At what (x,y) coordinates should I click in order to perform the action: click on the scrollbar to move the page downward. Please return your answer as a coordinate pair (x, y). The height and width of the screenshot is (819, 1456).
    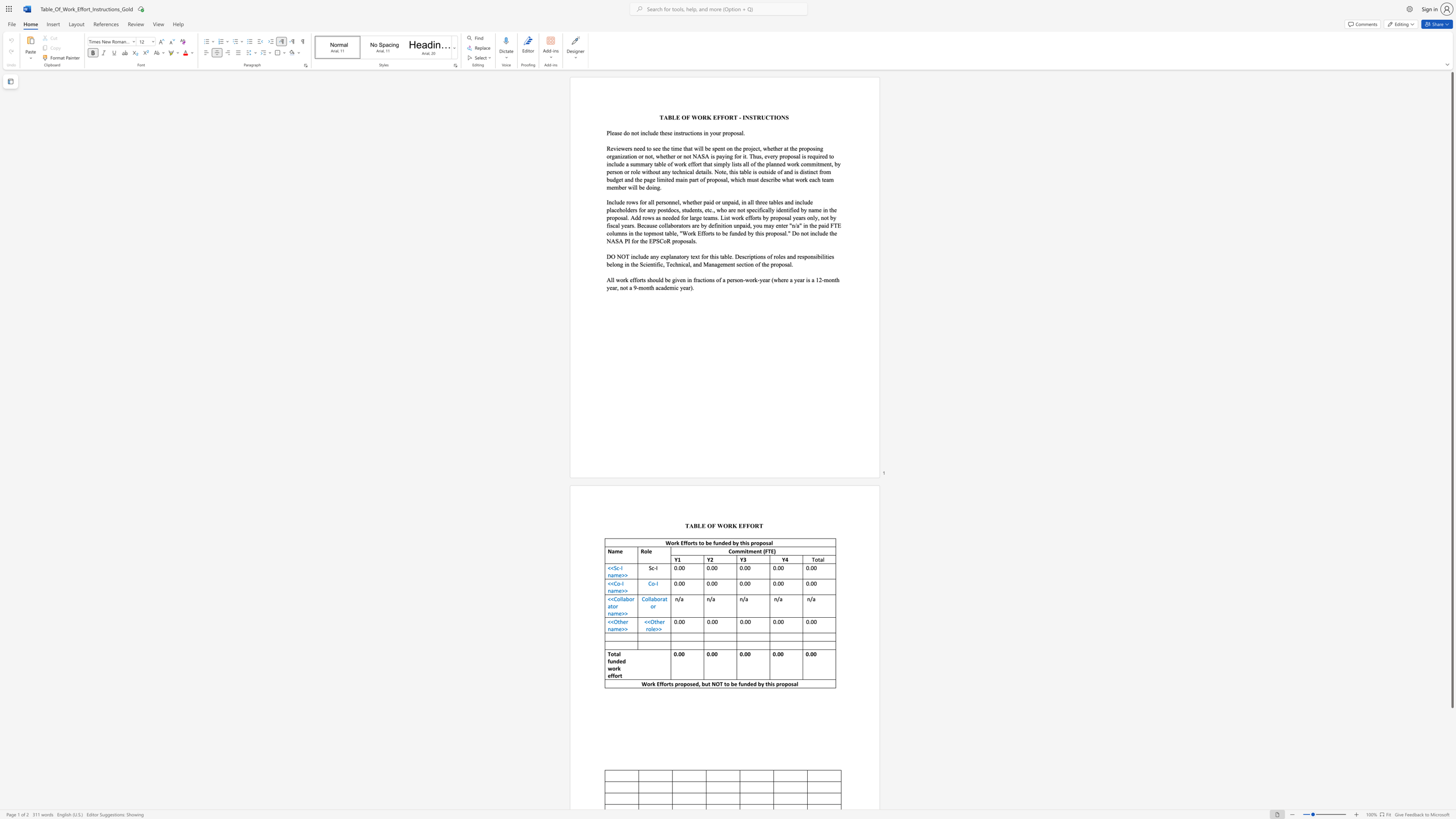
    Looking at the image, I should click on (1451, 781).